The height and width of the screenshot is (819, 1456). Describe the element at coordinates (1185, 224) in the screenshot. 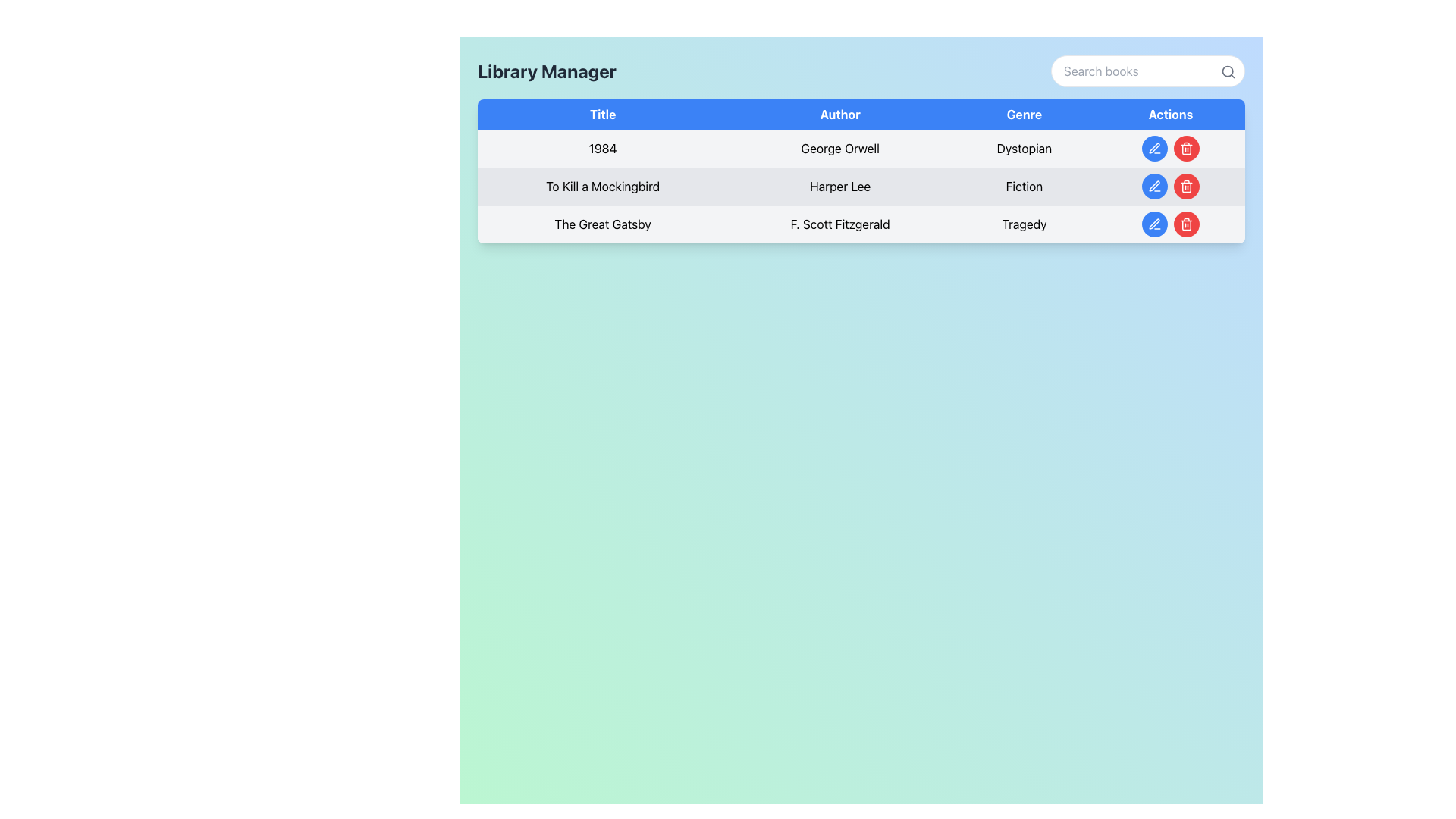

I see `the trash can icon in the 'Actions' column of the table to initiate the delete action for the record '1984'` at that location.